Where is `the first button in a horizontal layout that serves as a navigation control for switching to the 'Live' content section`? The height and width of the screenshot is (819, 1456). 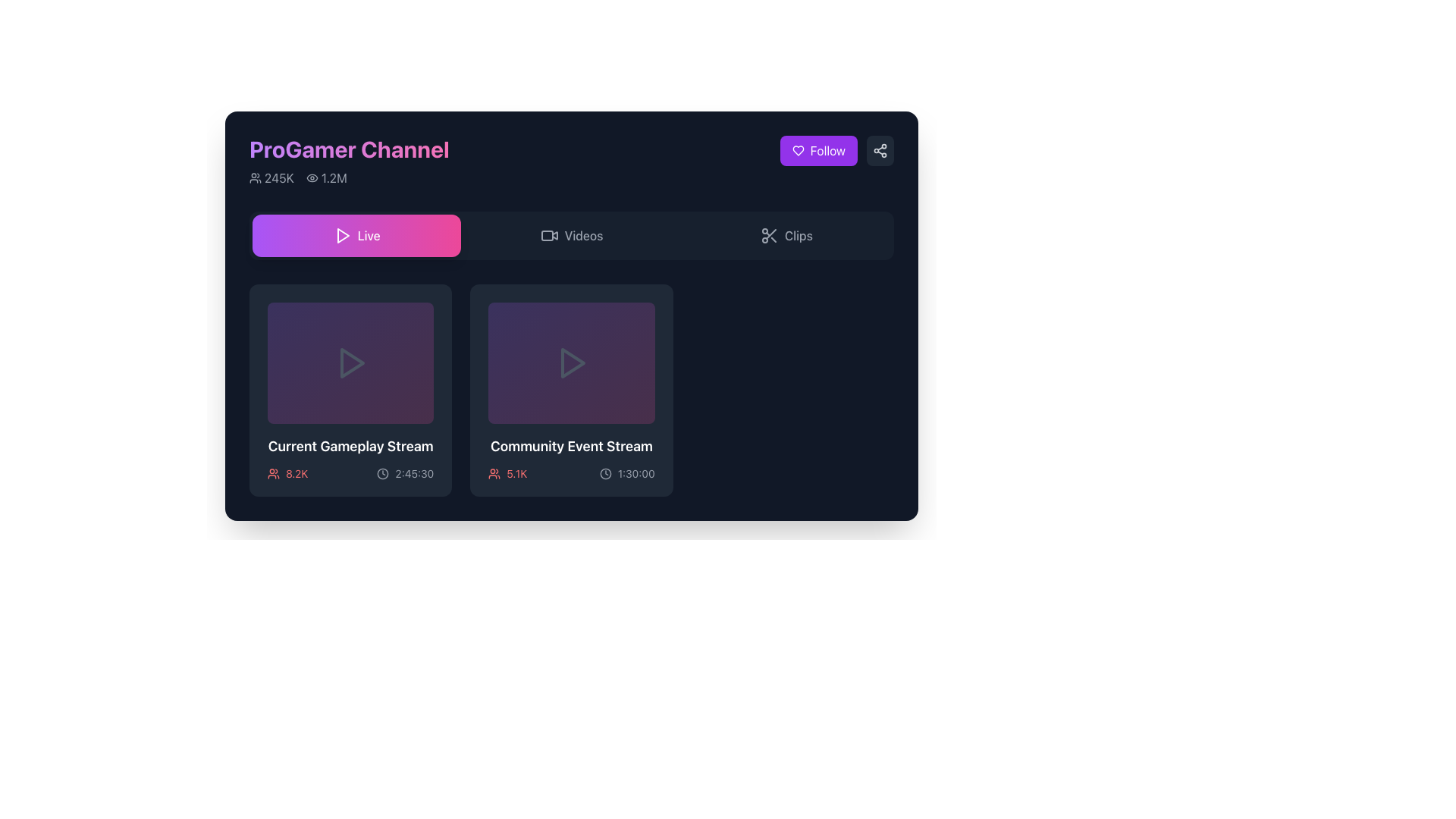 the first button in a horizontal layout that serves as a navigation control for switching to the 'Live' content section is located at coordinates (356, 236).